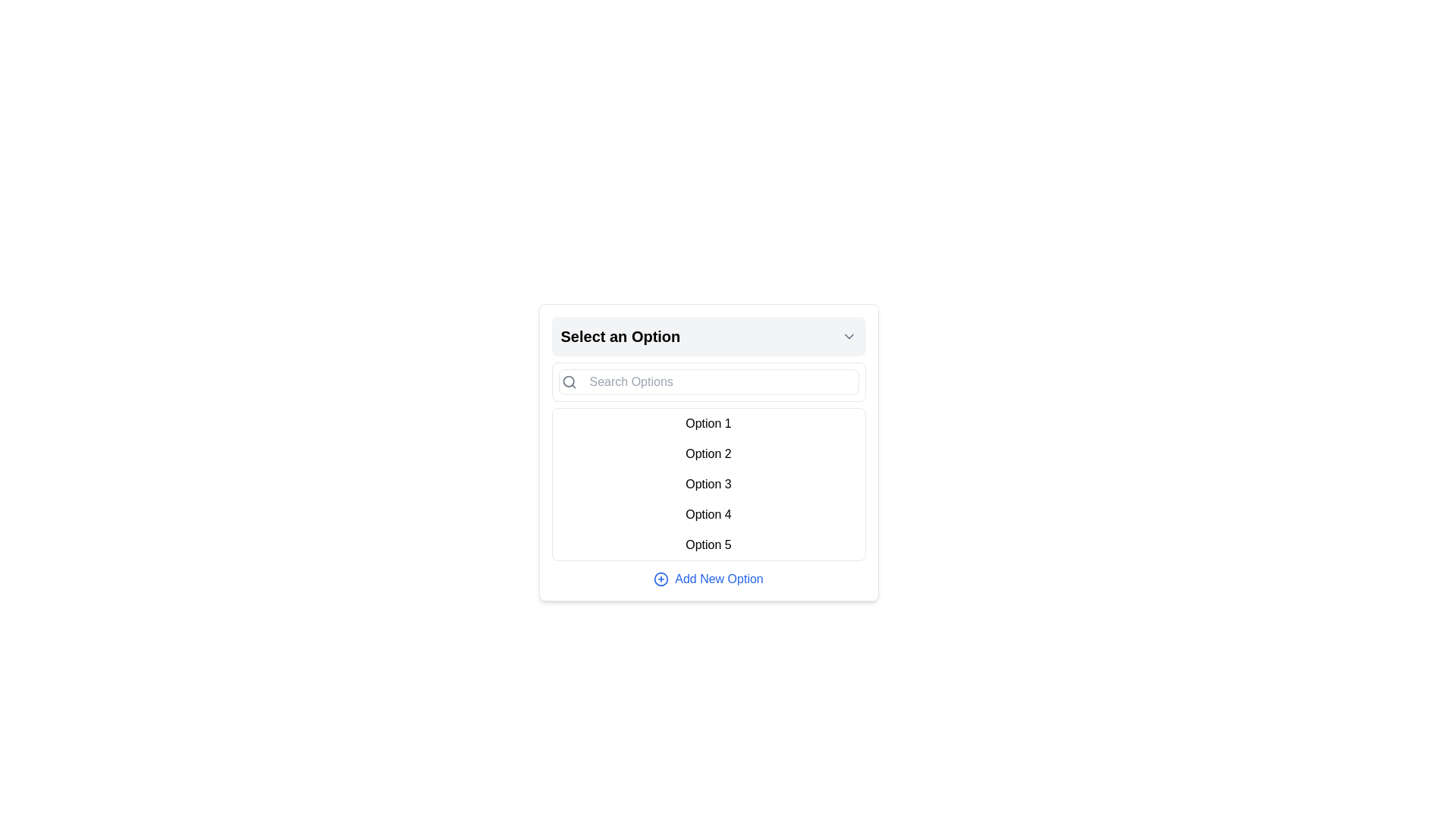  Describe the element at coordinates (708, 579) in the screenshot. I see `the button that allows users to add a new option to the existing list of options, which is centered horizontally below the list` at that location.